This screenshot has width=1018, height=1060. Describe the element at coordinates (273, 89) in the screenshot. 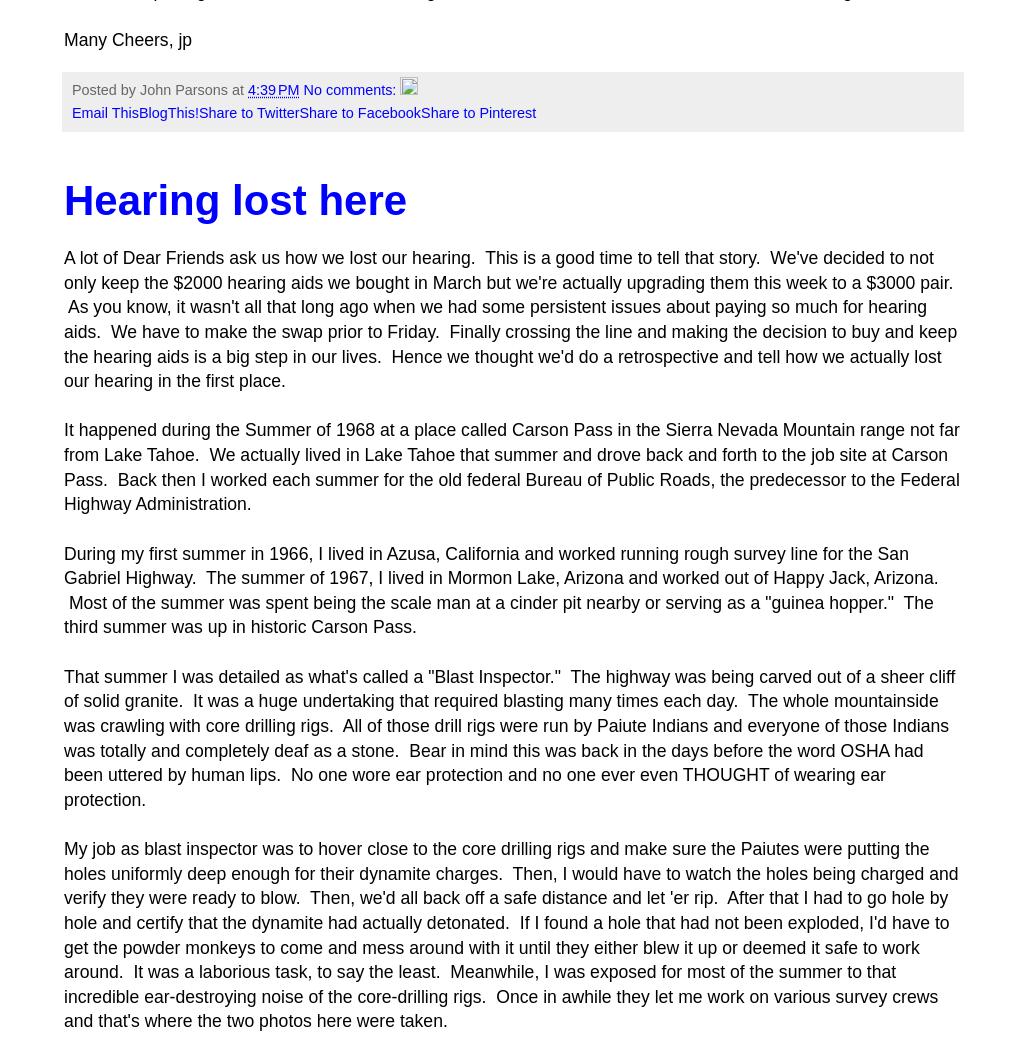

I see `'4:39 PM'` at that location.